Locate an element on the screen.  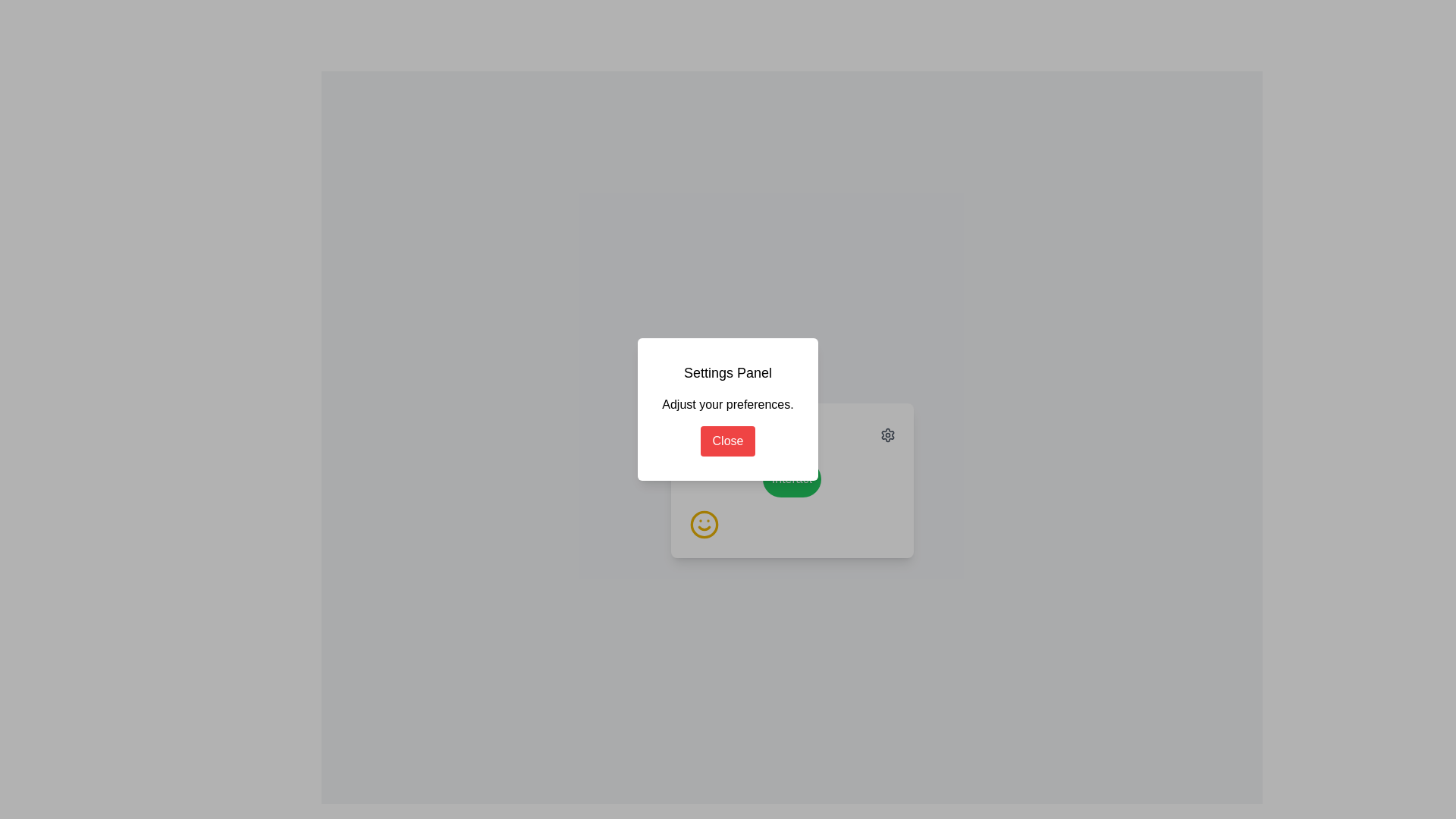
the cogwheel icon located at the top right of the visible card, positioned between the close button and the main content of the settings panel is located at coordinates (887, 435).